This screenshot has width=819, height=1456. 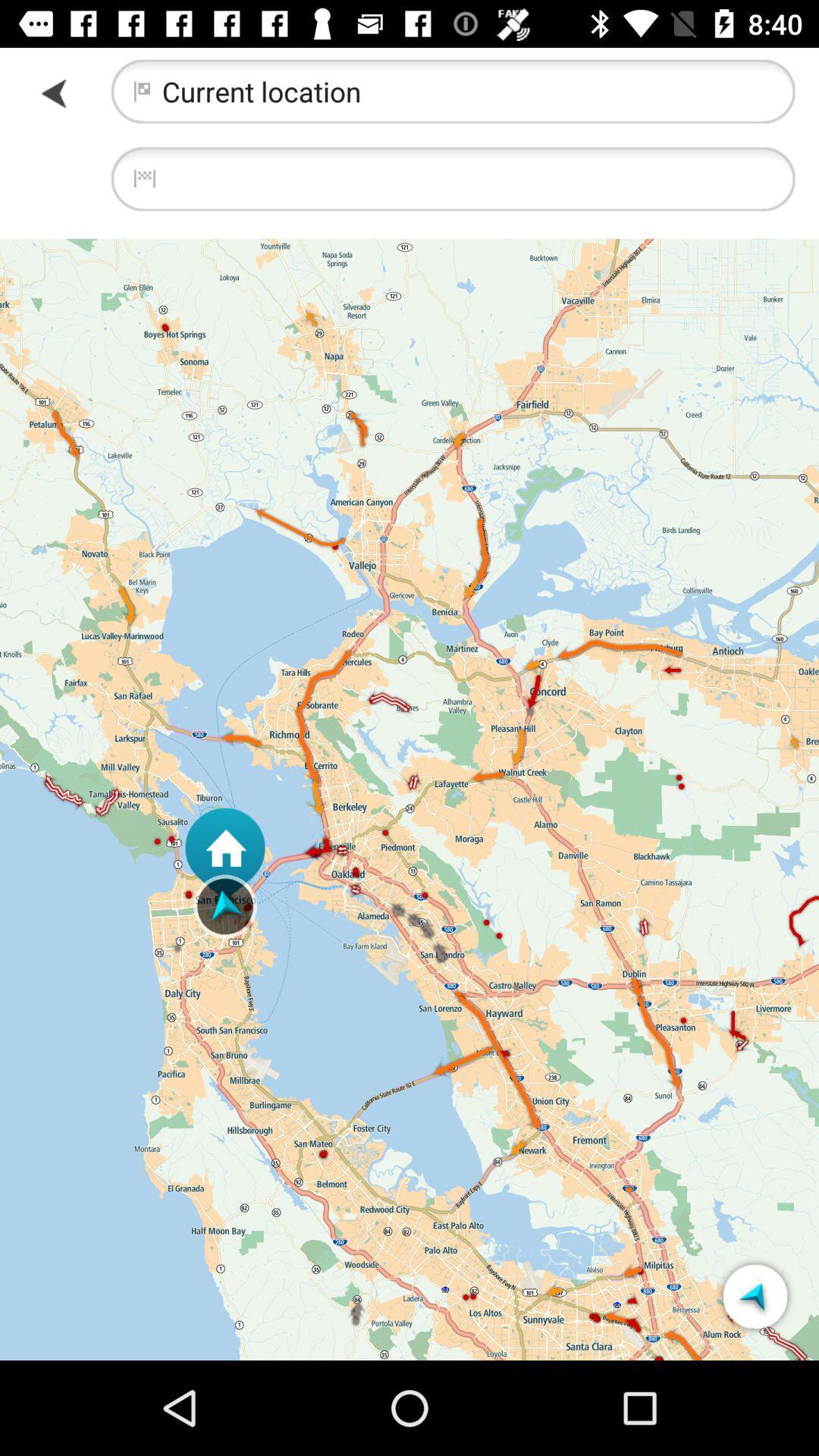 I want to click on current location item, so click(x=452, y=90).